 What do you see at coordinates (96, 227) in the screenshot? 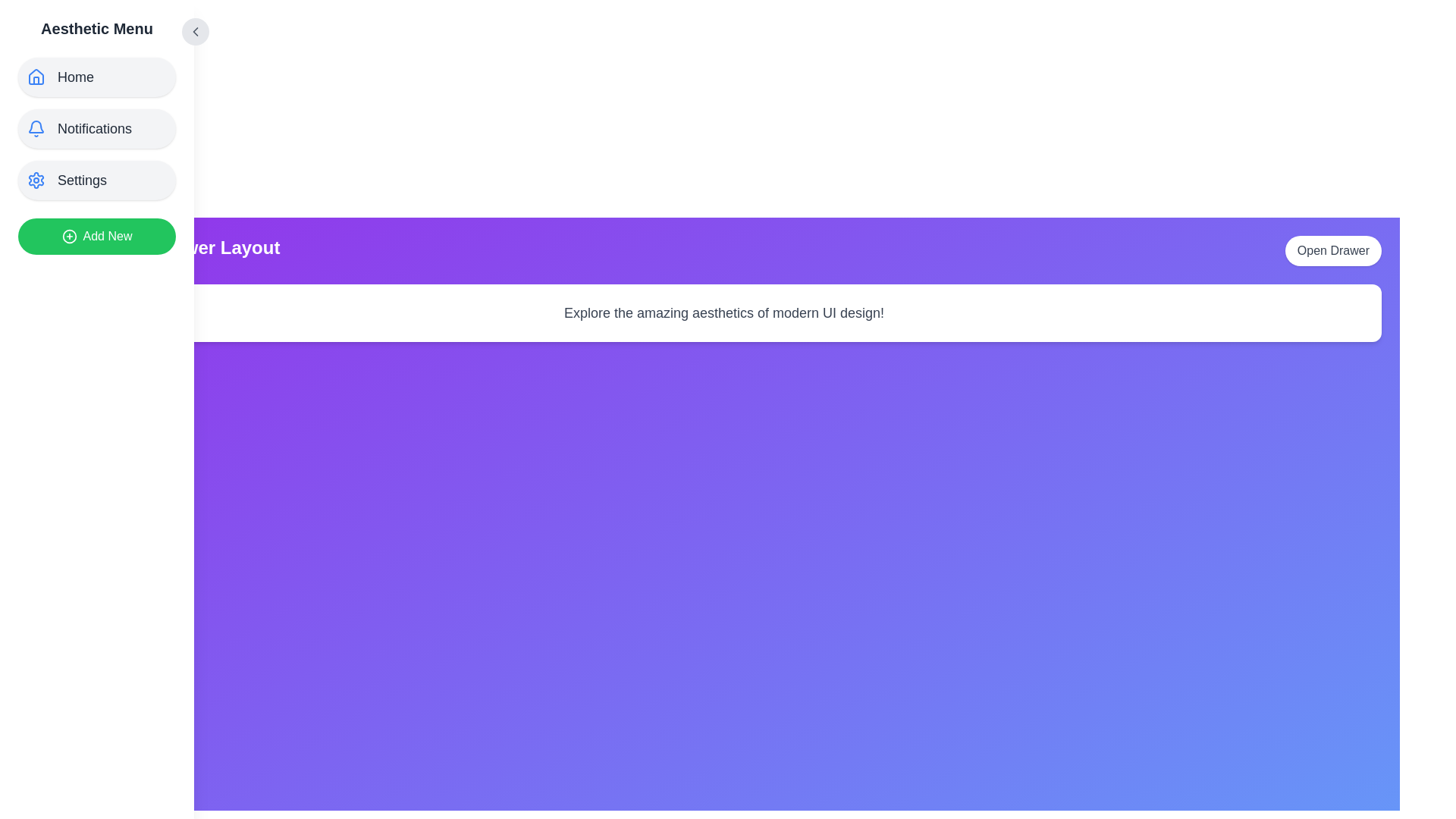
I see `the 'Add New Item' button located at the bottom of the vertical menu panel in the 'Aesthetic Menu' to observe any visual feedback` at bounding box center [96, 227].